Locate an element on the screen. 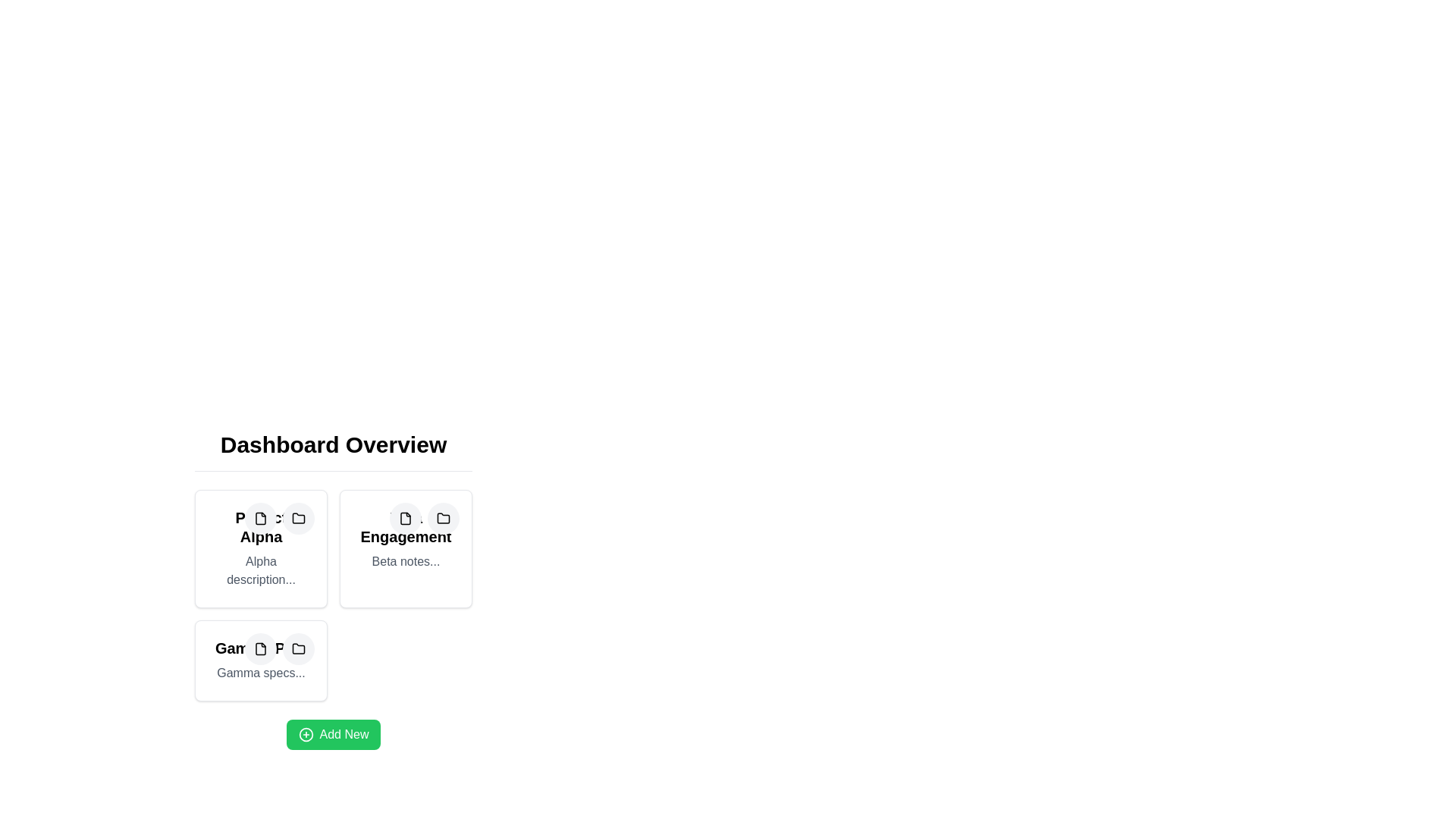  the circular button with a light gray background and a document icon, located at the top-right corner of the Engagement card is located at coordinates (405, 517).